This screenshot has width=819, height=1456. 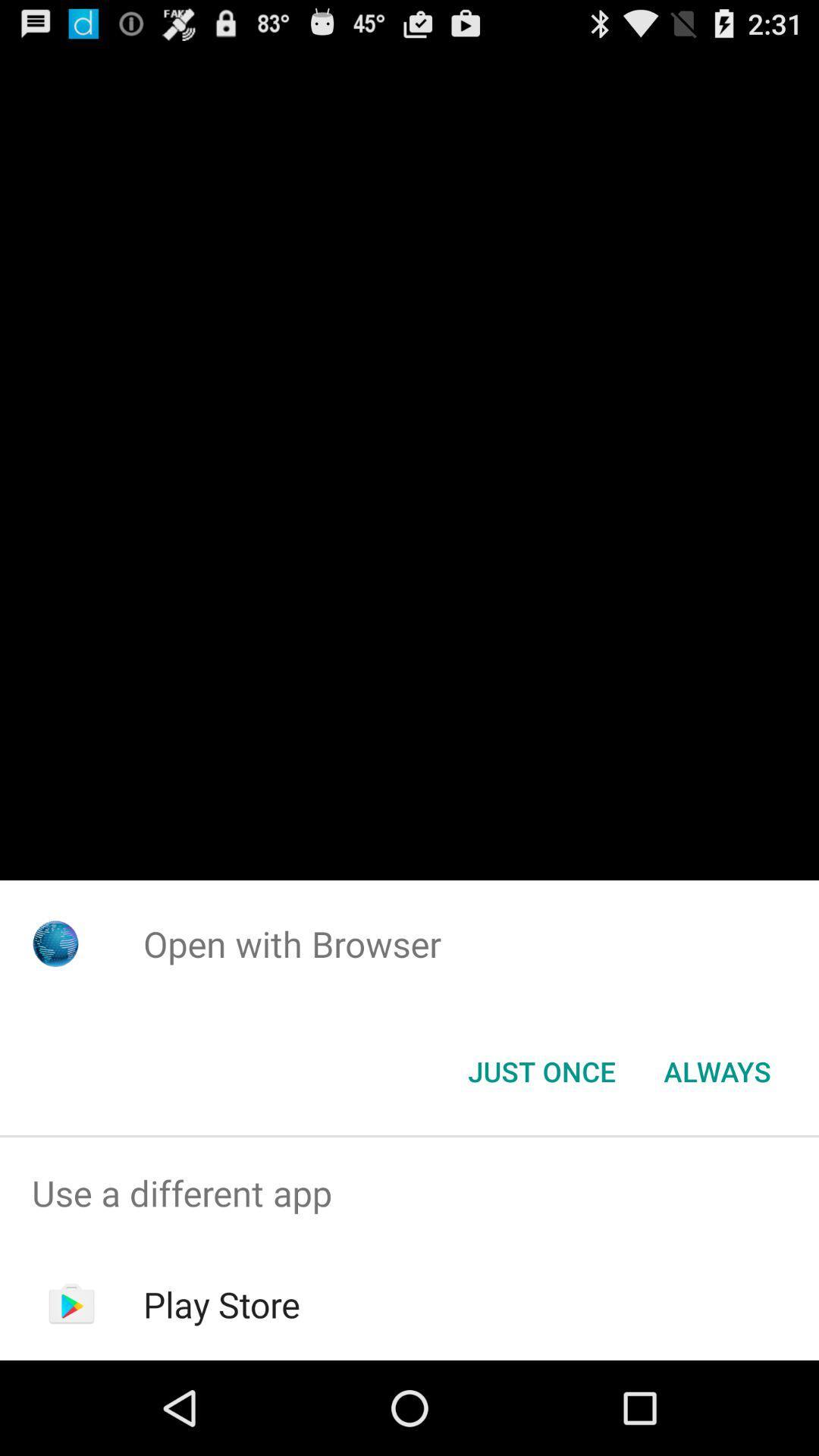 What do you see at coordinates (221, 1304) in the screenshot?
I see `play store app` at bounding box center [221, 1304].